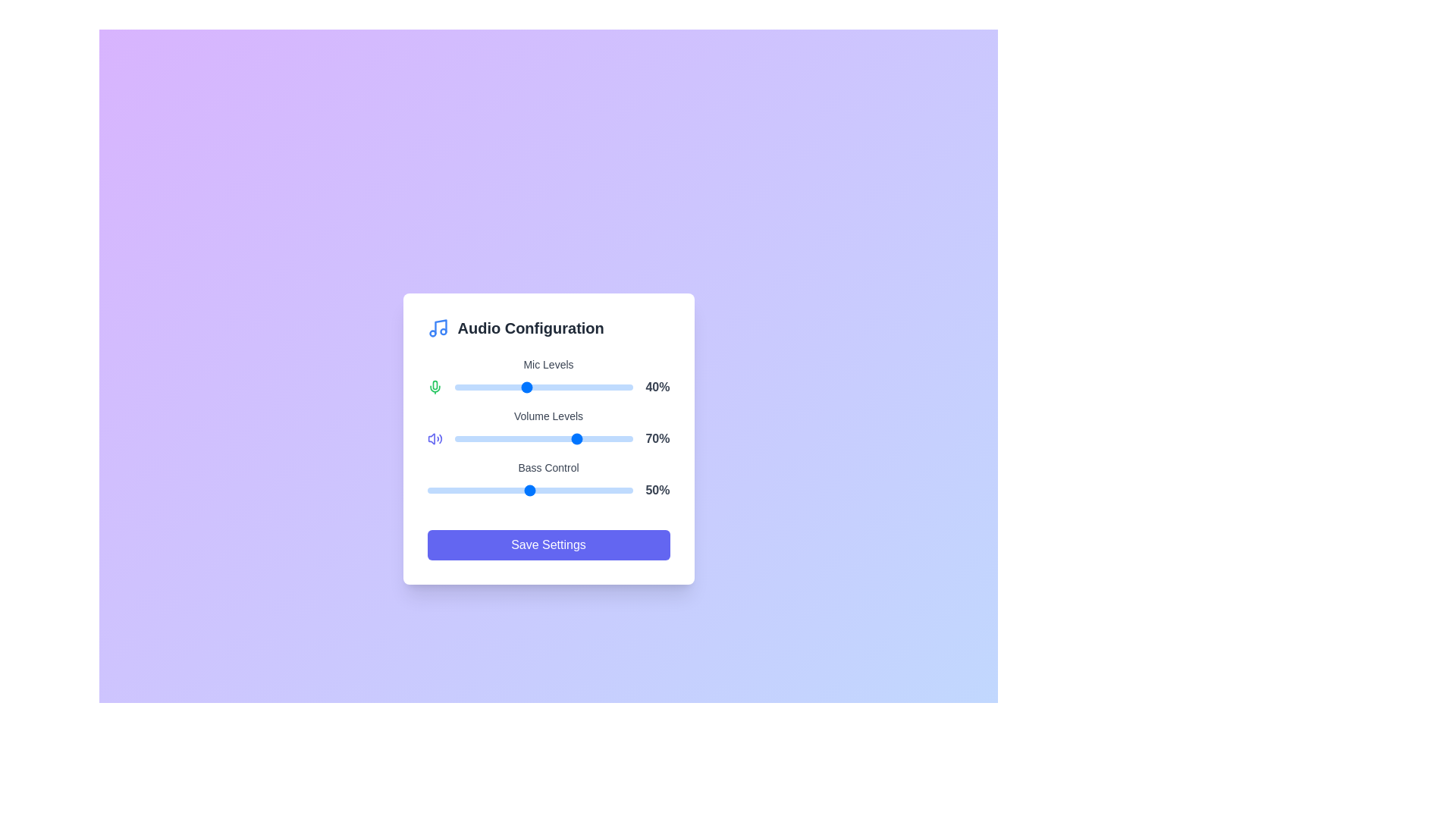  I want to click on the Mic Levels slider to set the microphone volume to 39%, so click(524, 386).